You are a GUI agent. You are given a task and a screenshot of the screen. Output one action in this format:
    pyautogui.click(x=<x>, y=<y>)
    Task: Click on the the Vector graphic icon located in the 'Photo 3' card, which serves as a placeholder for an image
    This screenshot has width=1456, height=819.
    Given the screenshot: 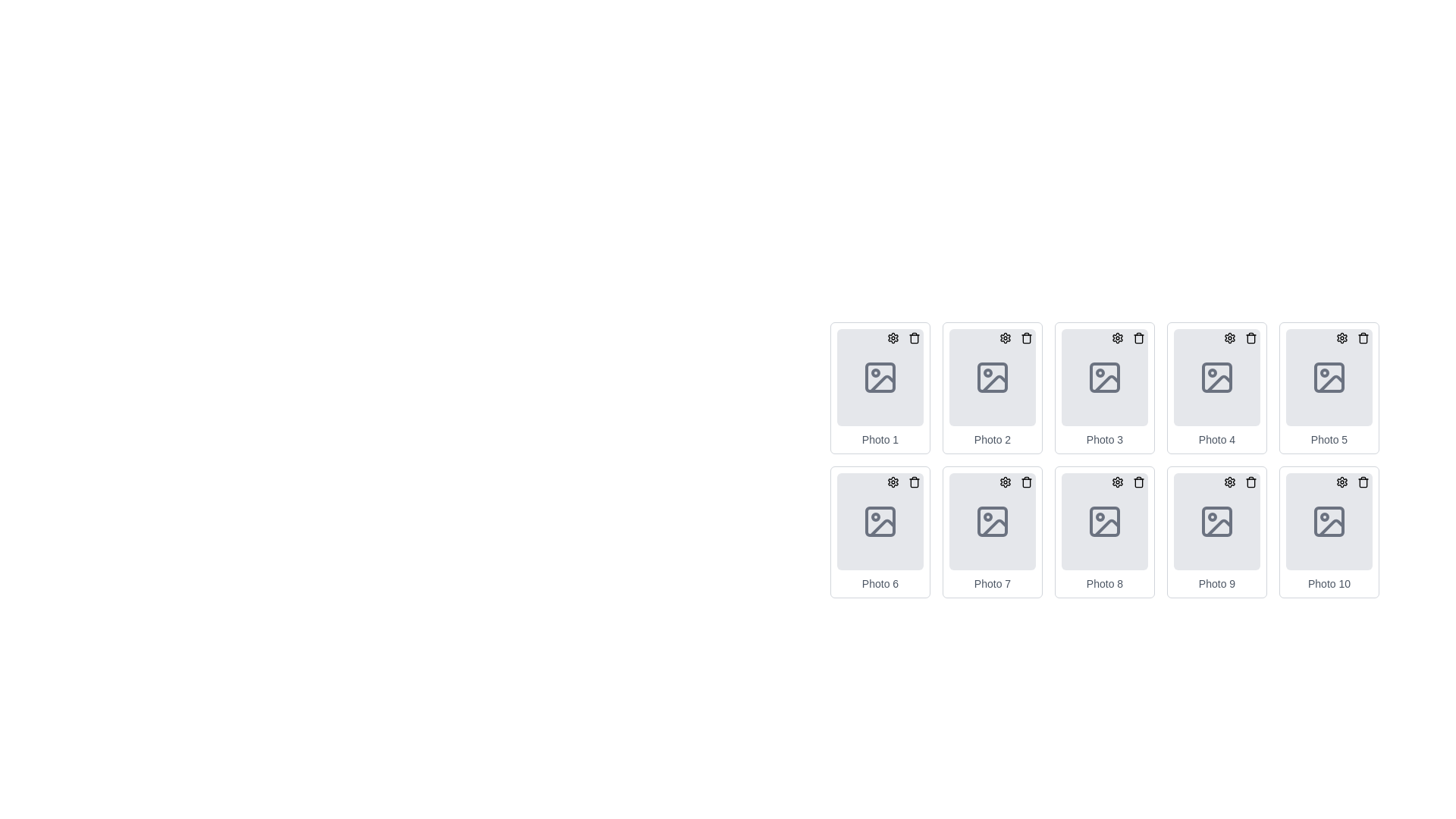 What is the action you would take?
    pyautogui.click(x=1105, y=376)
    